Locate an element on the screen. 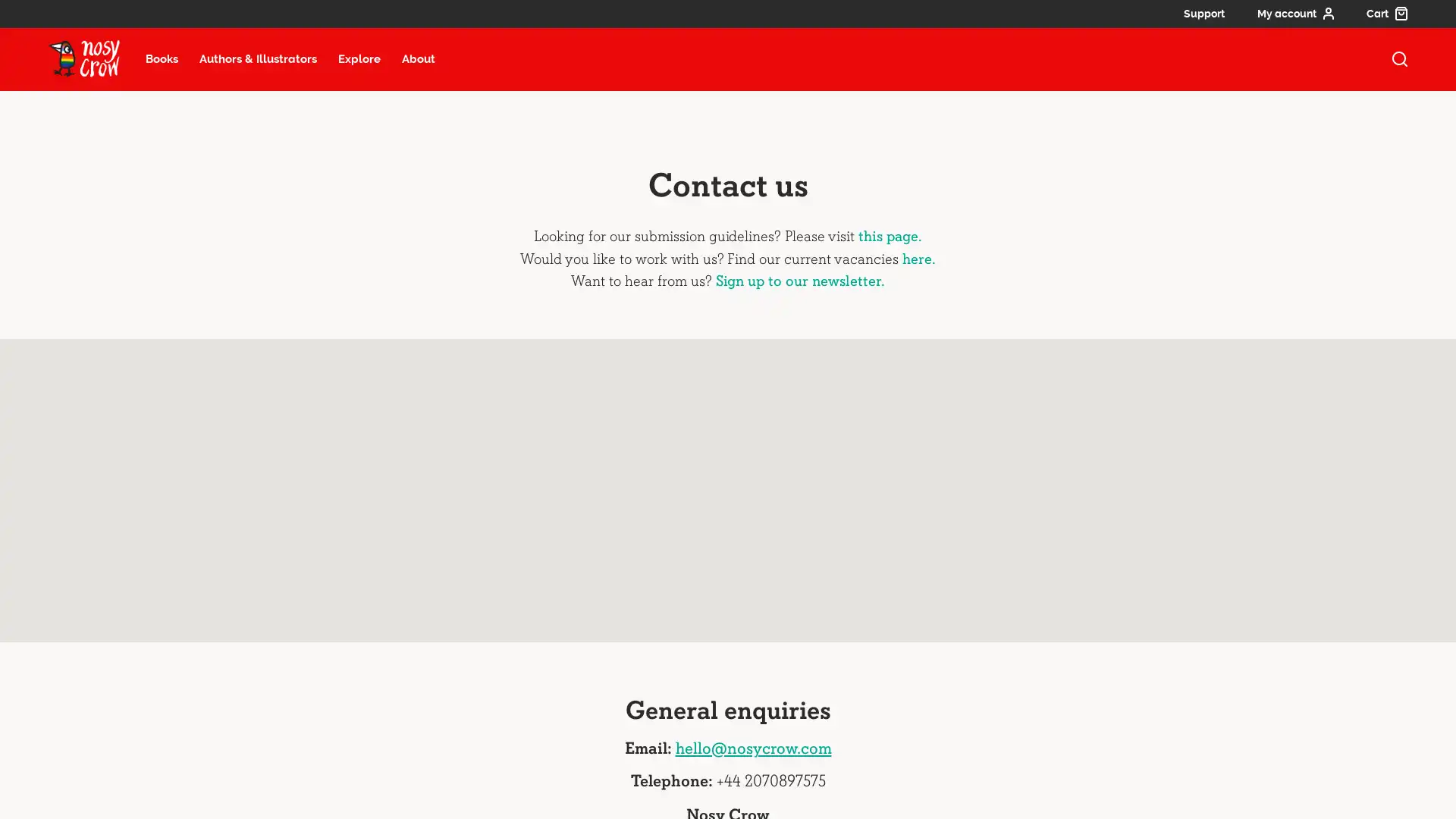  Keyboard shortcuts is located at coordinates (1203, 636).